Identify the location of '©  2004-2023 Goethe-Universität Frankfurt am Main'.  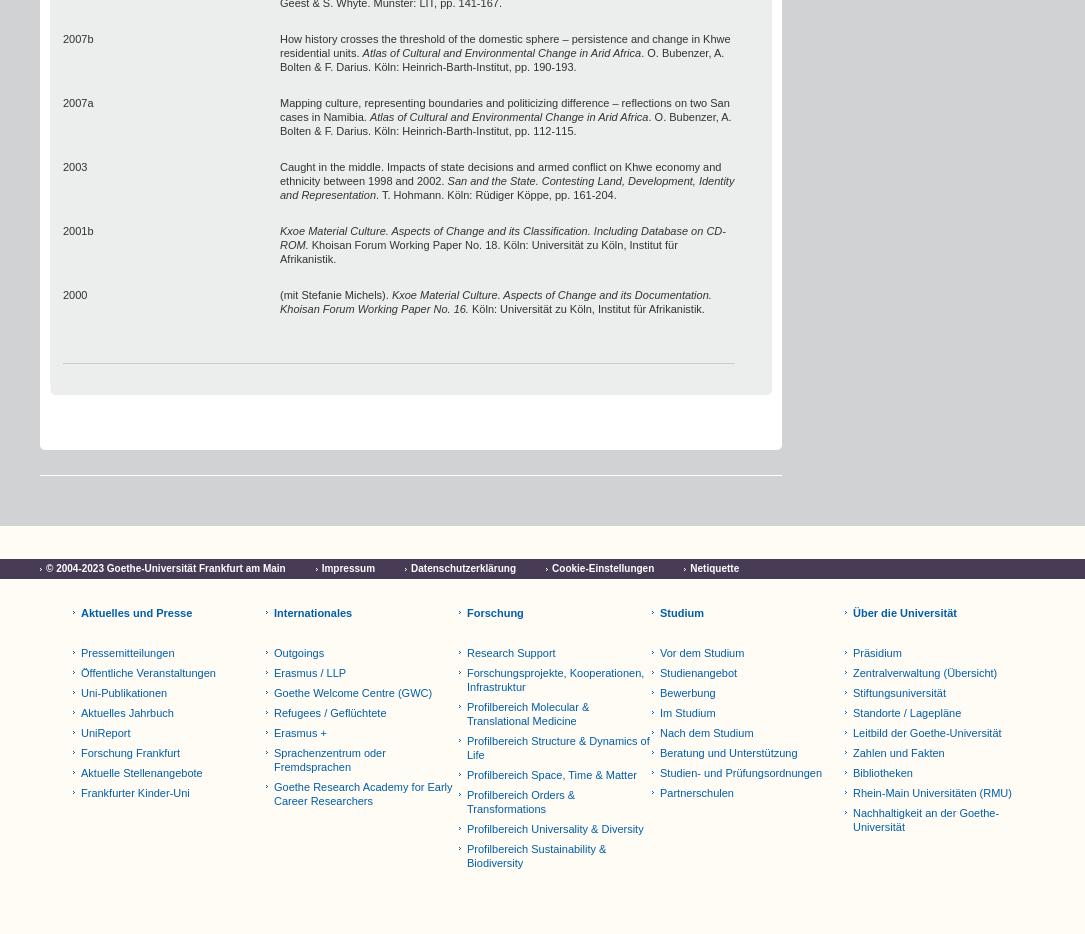
(165, 567).